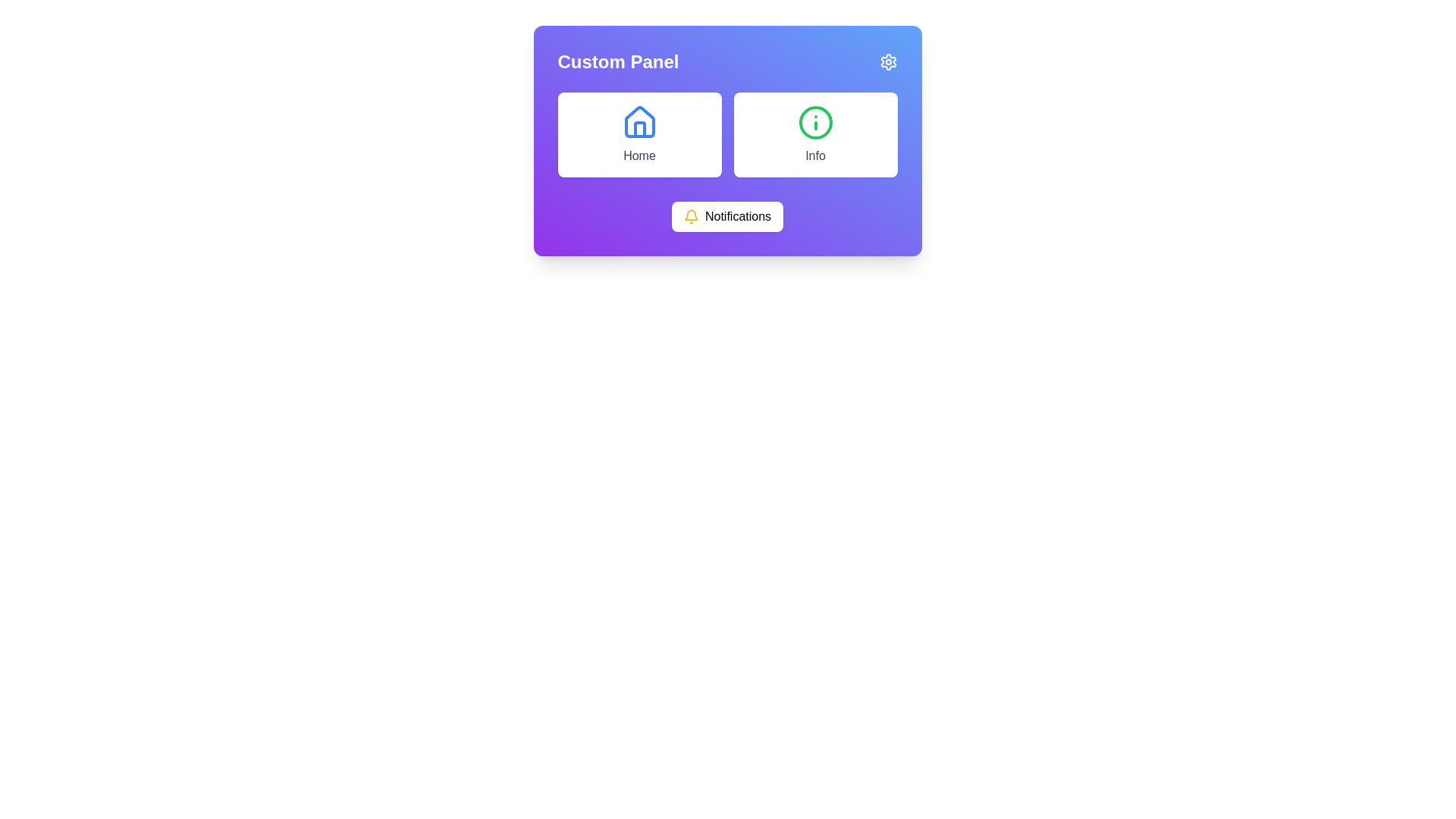 Image resolution: width=1456 pixels, height=819 pixels. I want to click on the Notifications button, which has a white background, rounded corners, a yellow bell icon on the left, and black text on the right, to trigger the hover effect, so click(726, 216).